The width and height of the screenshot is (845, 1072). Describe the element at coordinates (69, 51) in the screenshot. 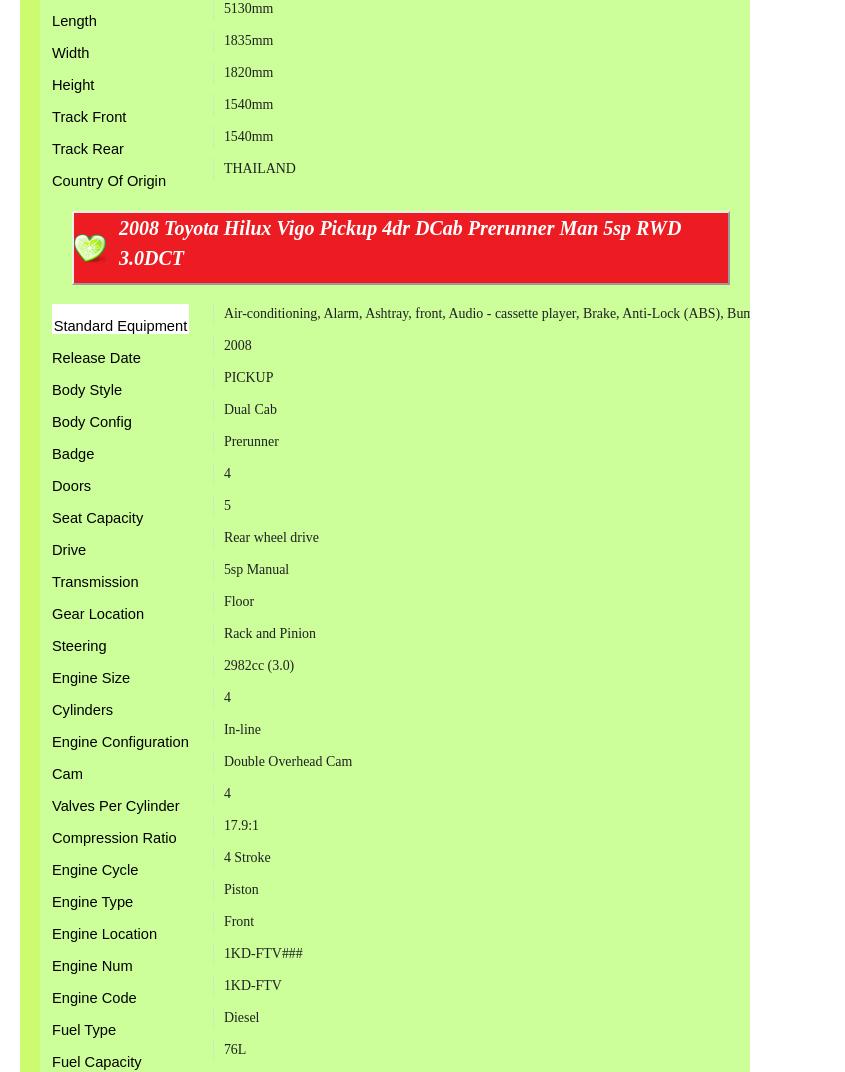

I see `'Width'` at that location.